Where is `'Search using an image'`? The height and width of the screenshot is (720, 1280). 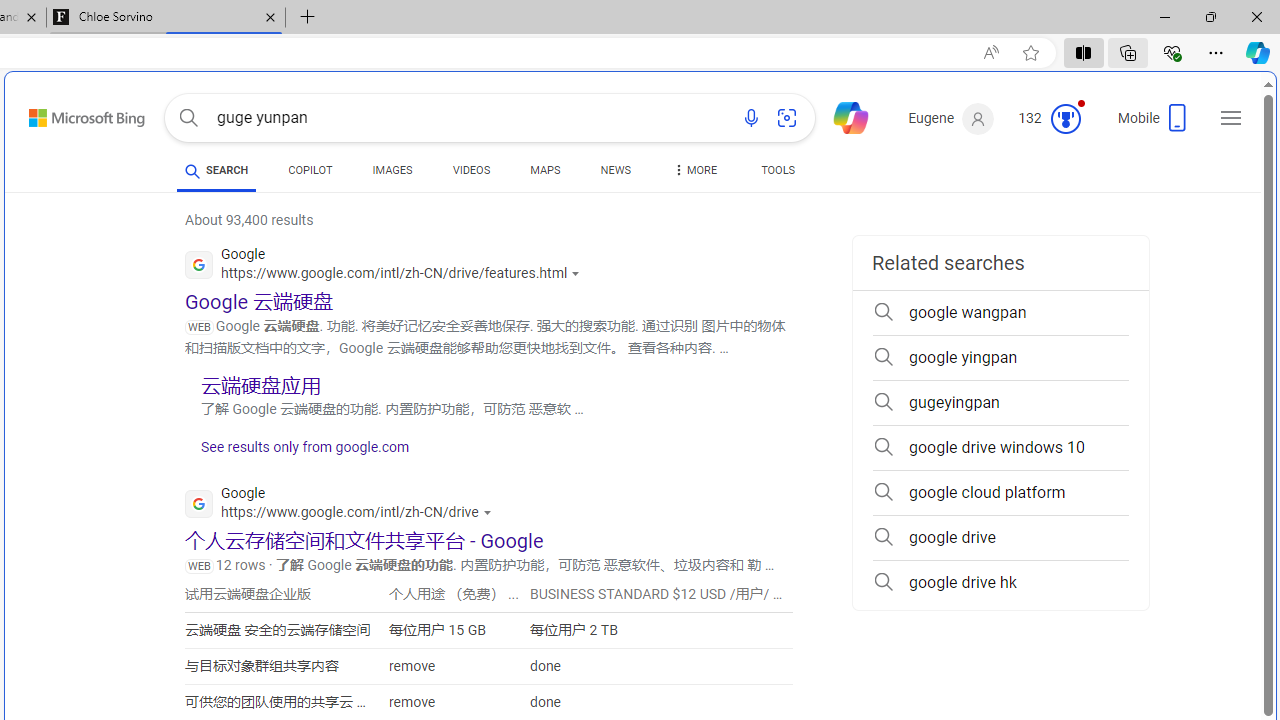
'Search using an image' is located at coordinates (786, 118).